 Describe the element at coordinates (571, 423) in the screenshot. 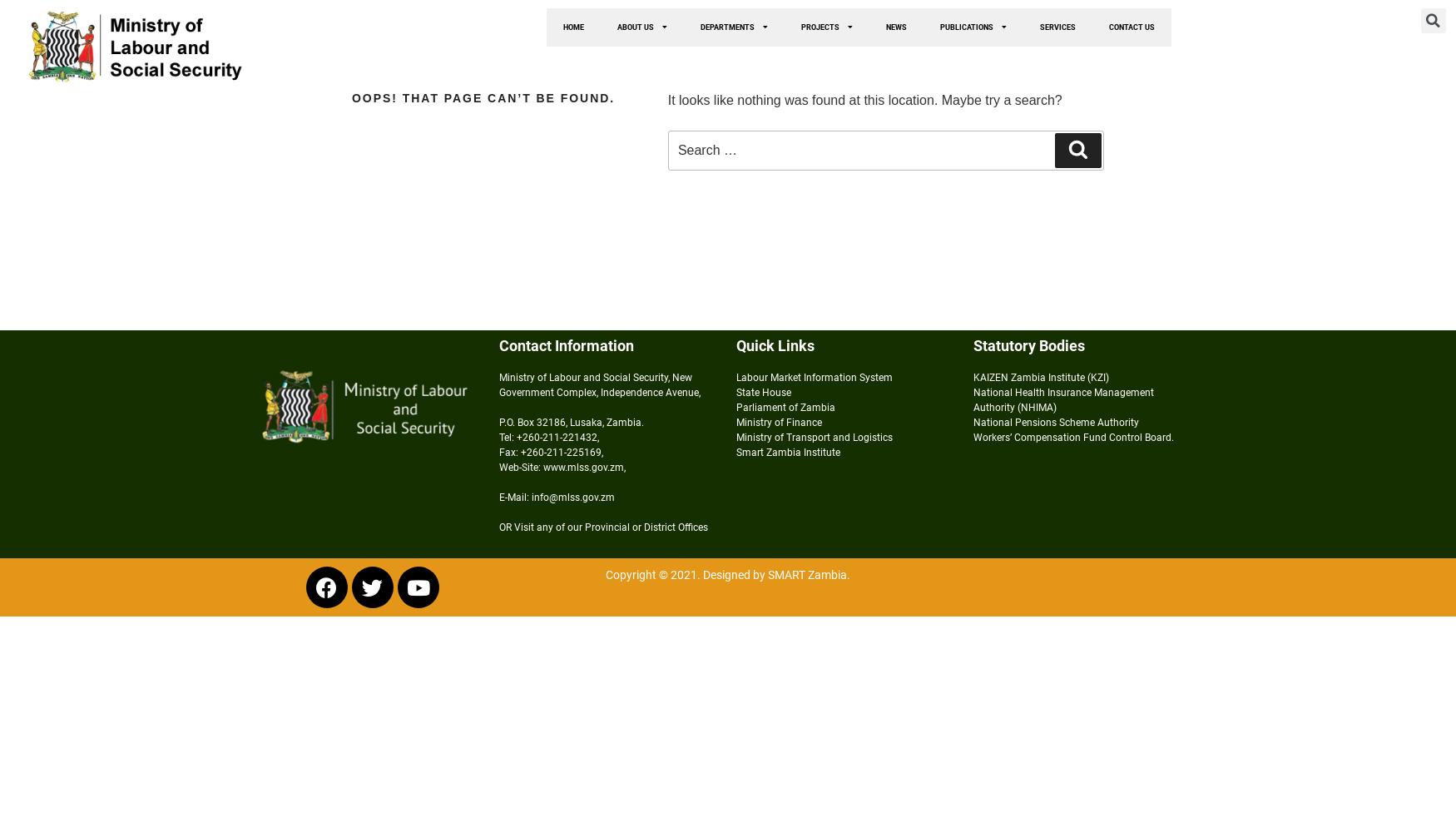

I see `'P.O. Box 32186, Lusaka, Zambia.'` at that location.